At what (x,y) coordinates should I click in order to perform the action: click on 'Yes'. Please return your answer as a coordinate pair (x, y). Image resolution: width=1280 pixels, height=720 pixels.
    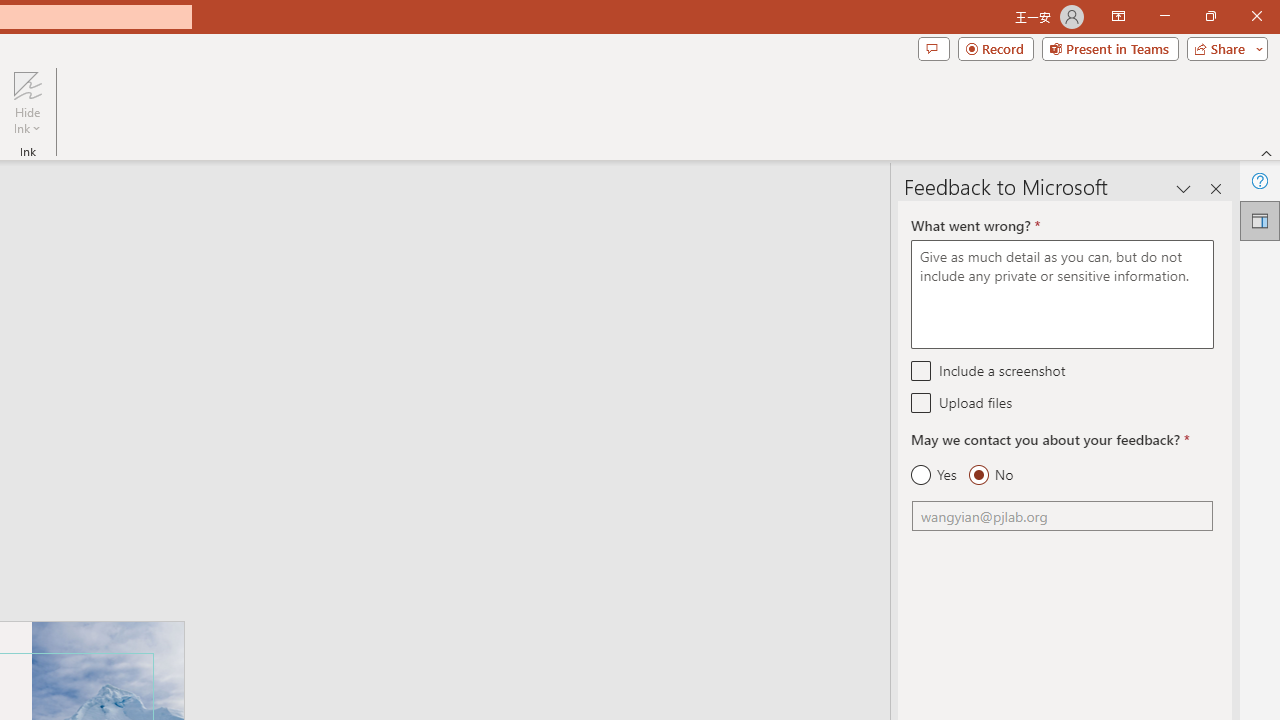
    Looking at the image, I should click on (933, 475).